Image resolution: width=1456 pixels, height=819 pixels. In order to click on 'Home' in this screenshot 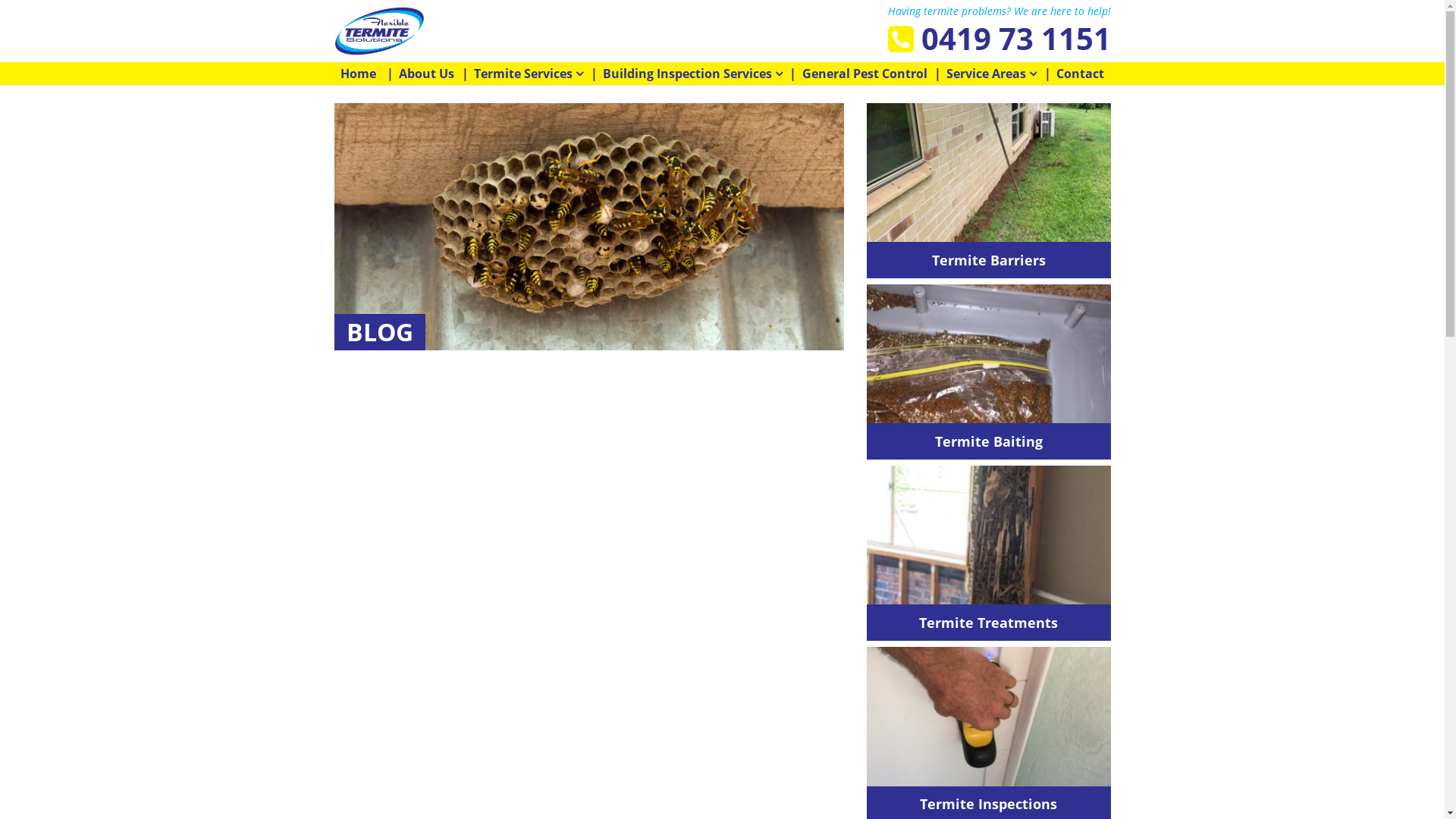, I will do `click(357, 73)`.